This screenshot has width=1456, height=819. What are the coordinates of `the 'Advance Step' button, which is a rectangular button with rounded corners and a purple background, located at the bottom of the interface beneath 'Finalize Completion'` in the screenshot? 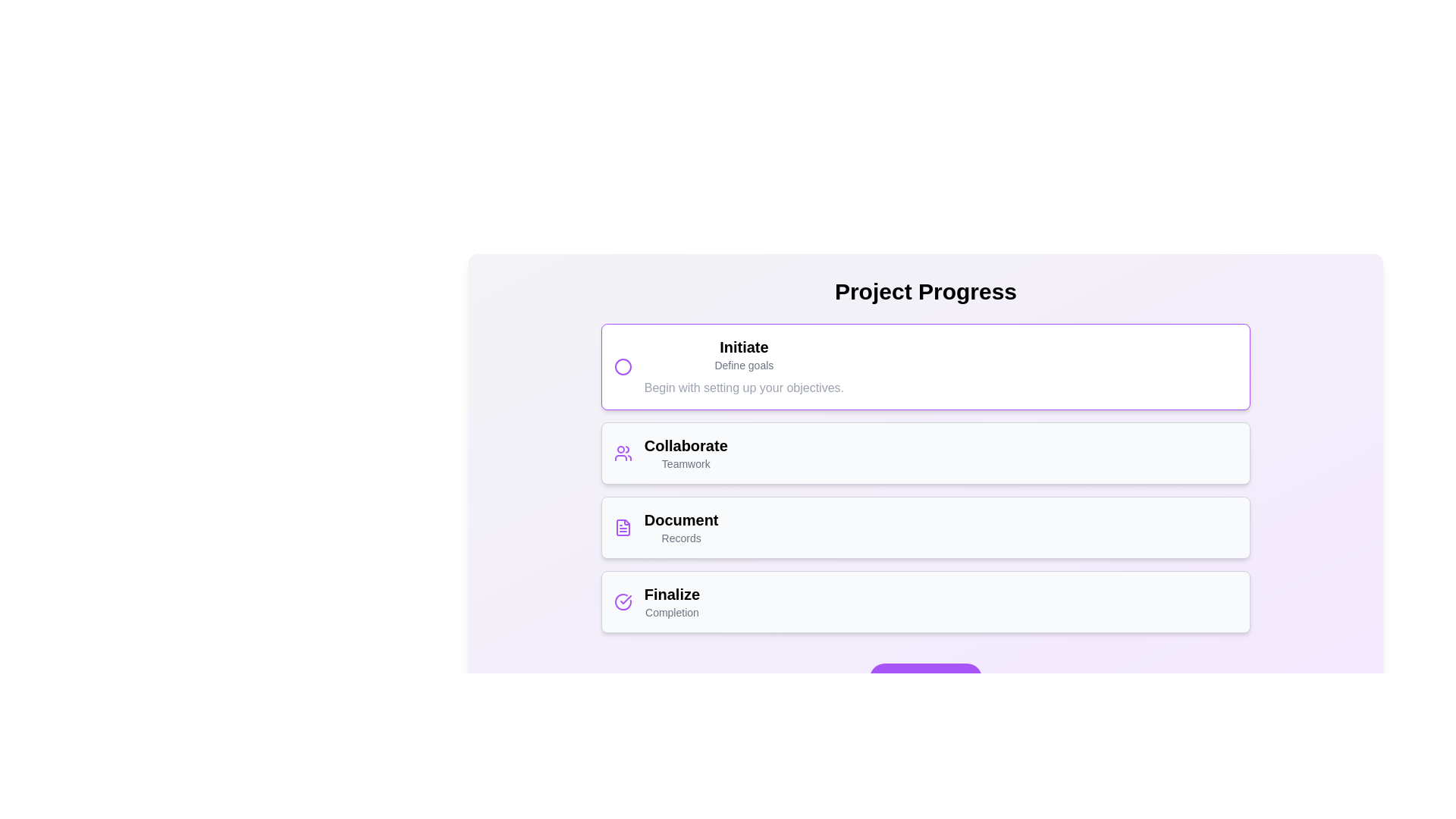 It's located at (924, 677).